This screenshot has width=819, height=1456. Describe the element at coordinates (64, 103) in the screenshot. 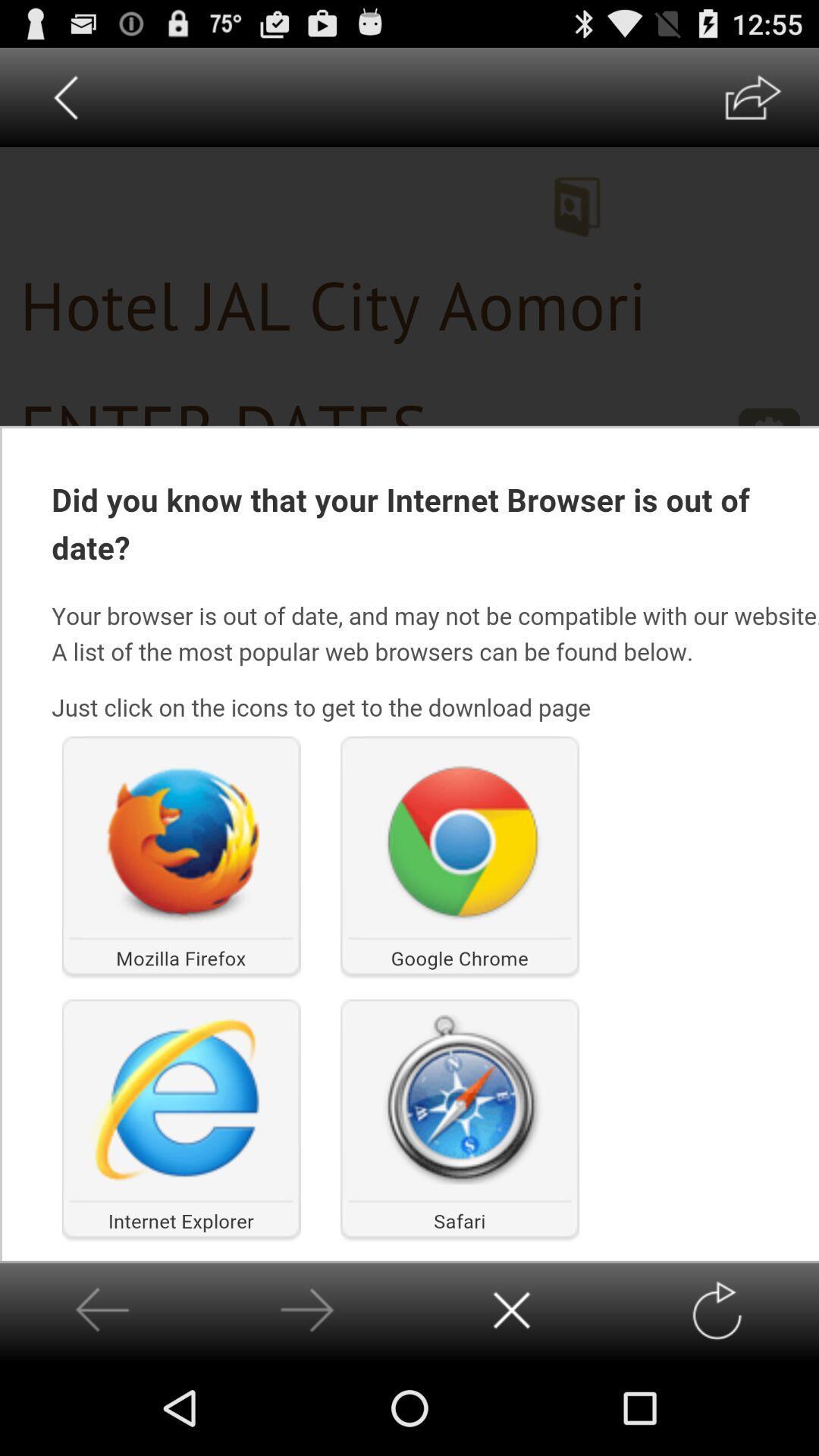

I see `the arrow_backward icon` at that location.